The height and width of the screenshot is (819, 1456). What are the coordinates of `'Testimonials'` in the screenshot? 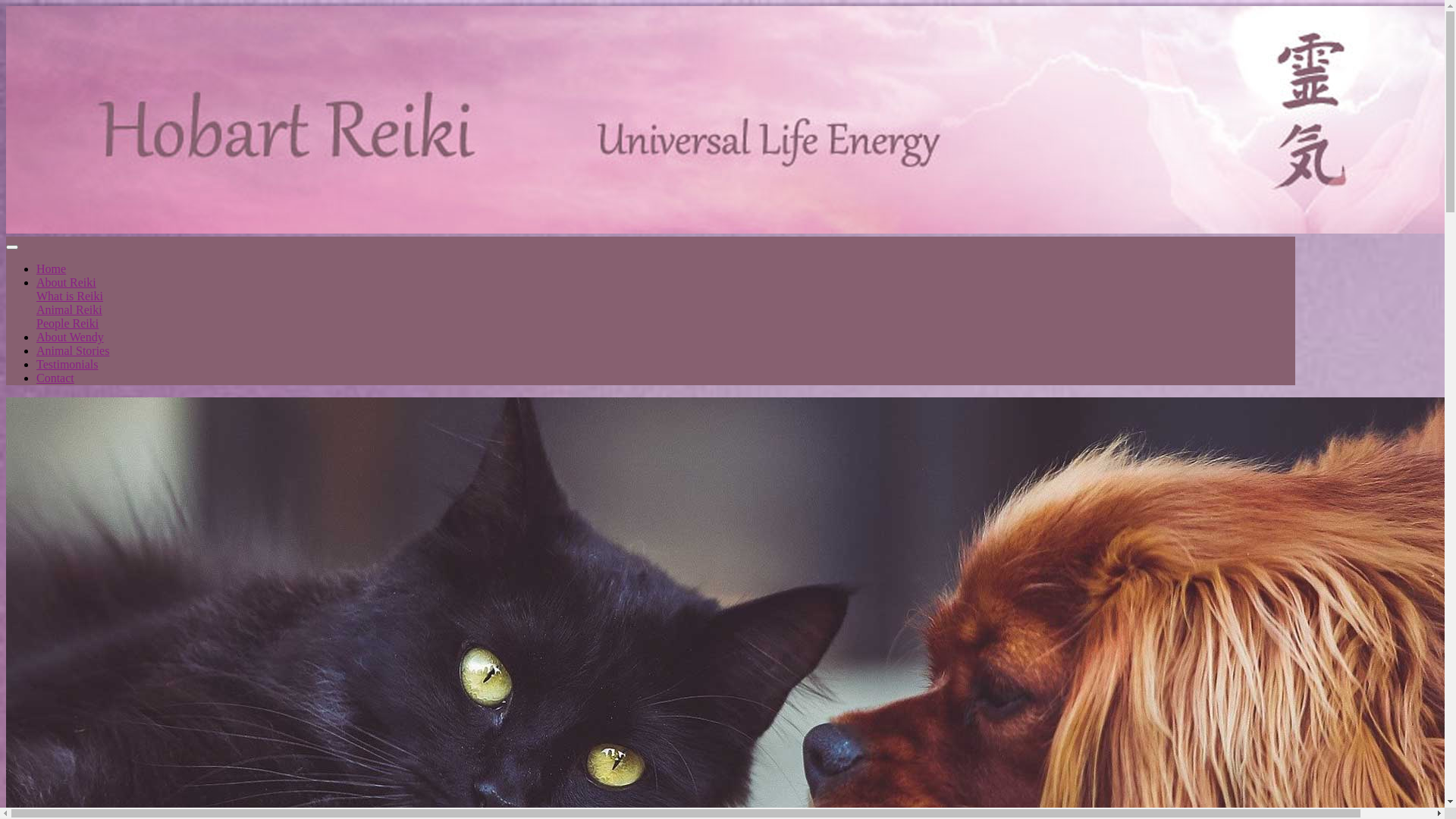 It's located at (67, 364).